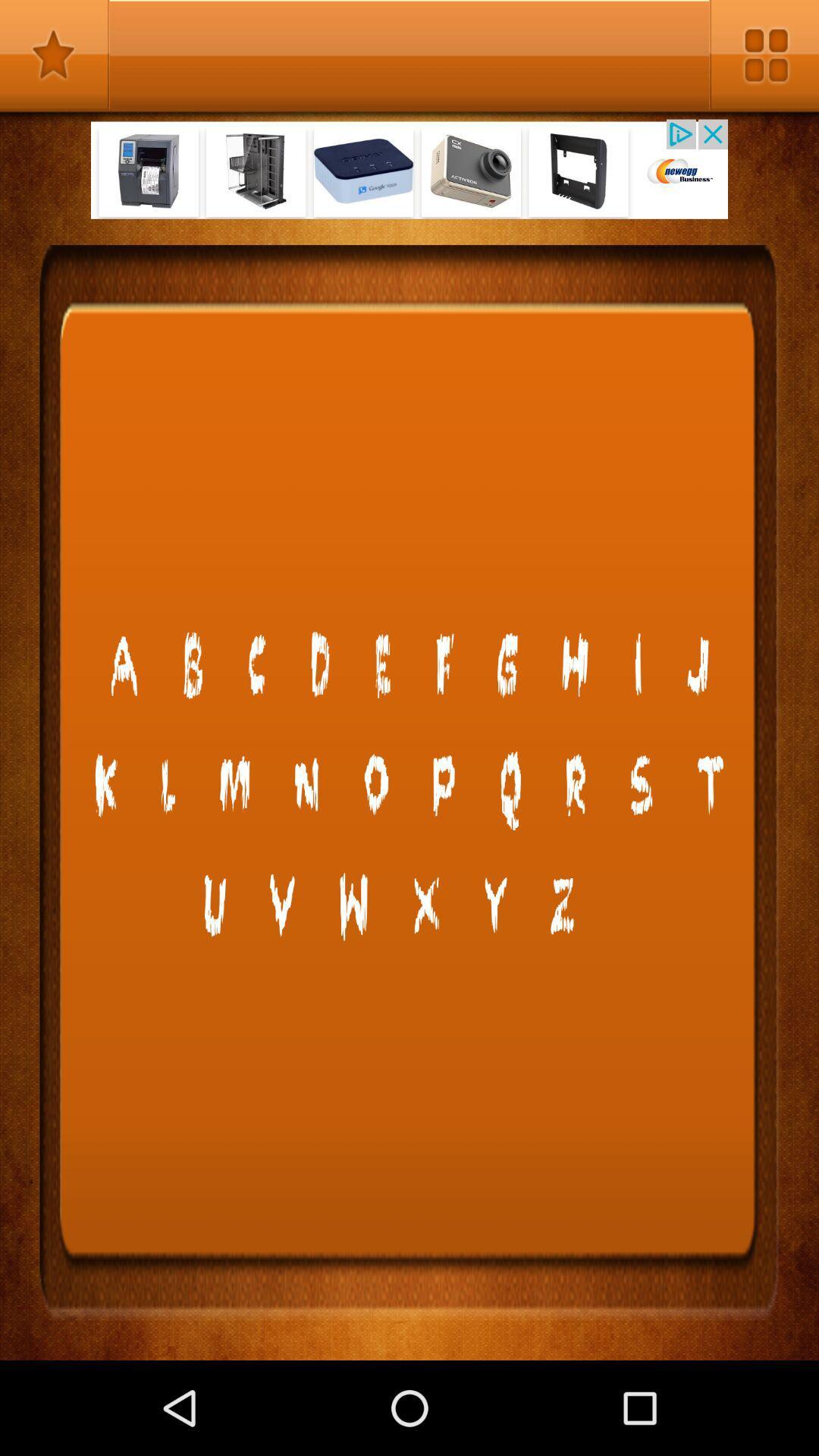 This screenshot has width=819, height=1456. What do you see at coordinates (54, 55) in the screenshot?
I see `star rating` at bounding box center [54, 55].